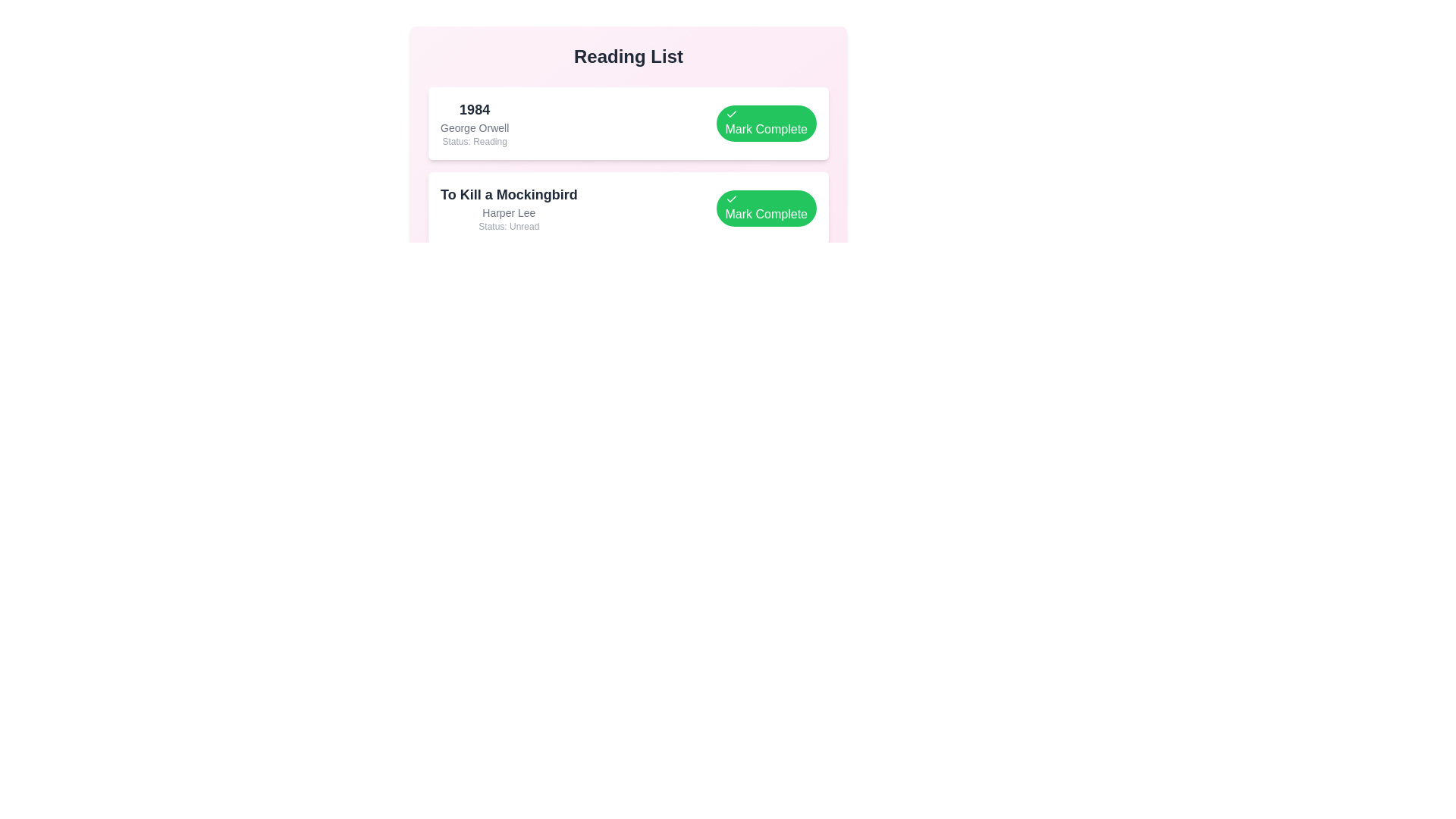  Describe the element at coordinates (766, 208) in the screenshot. I see `'Mark Complete' button for the book titled 'To Kill a Mockingbird'` at that location.